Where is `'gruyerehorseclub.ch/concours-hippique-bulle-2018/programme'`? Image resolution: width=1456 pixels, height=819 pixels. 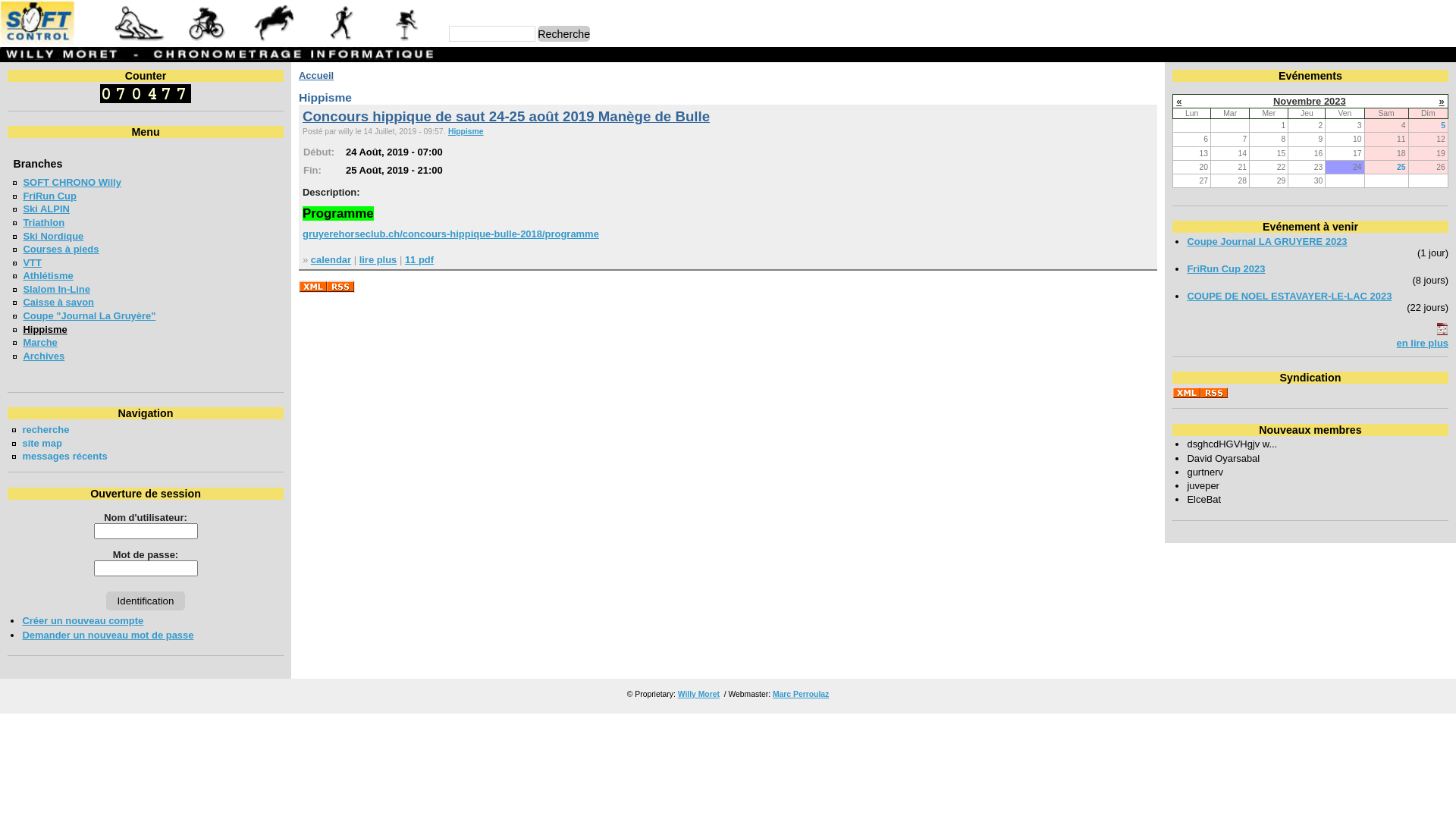 'gruyerehorseclub.ch/concours-hippique-bulle-2018/programme' is located at coordinates (450, 234).